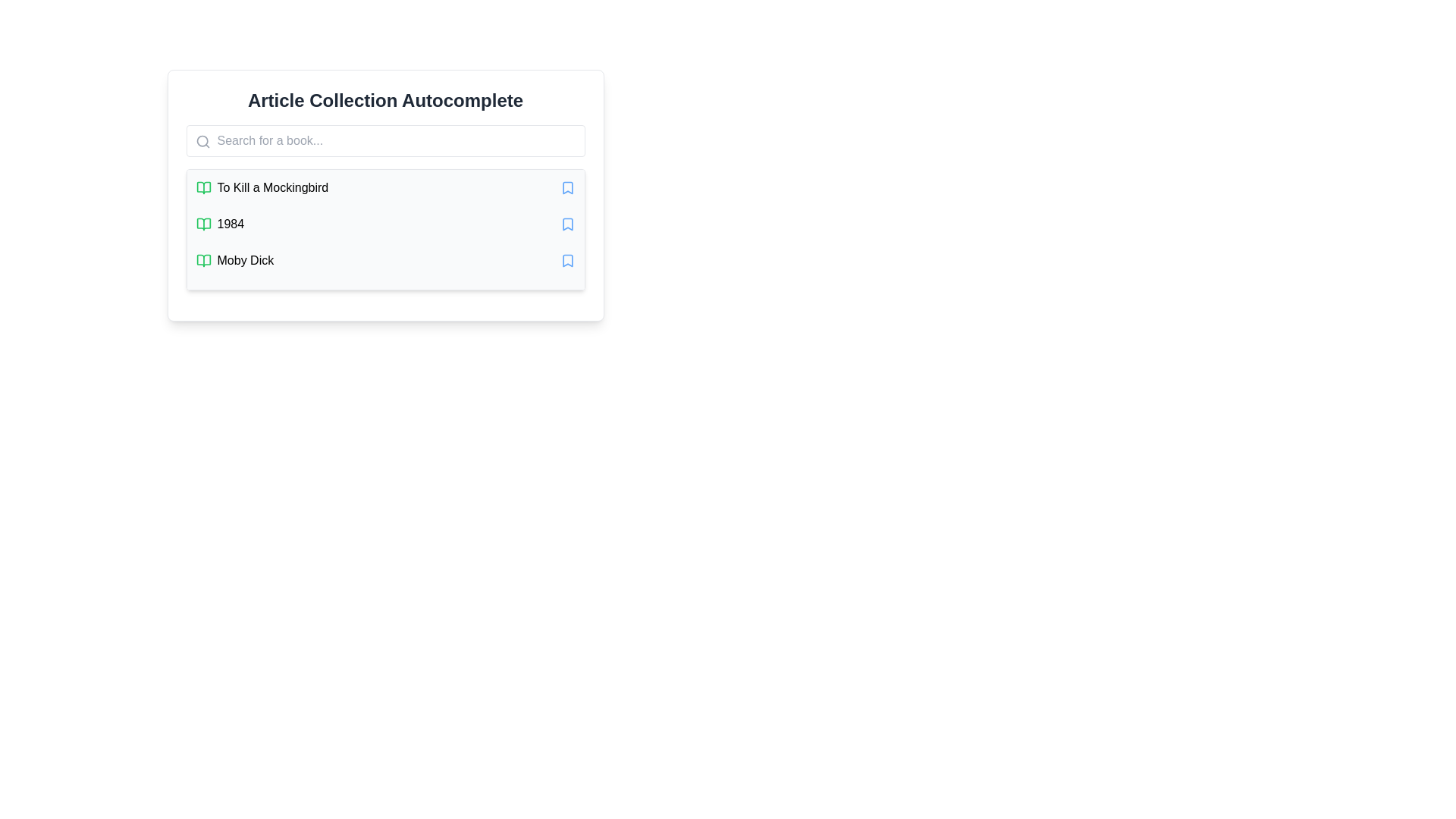  Describe the element at coordinates (200, 140) in the screenshot. I see `the circular part of the magnifying glass icon located at the top-left inside the search input field` at that location.